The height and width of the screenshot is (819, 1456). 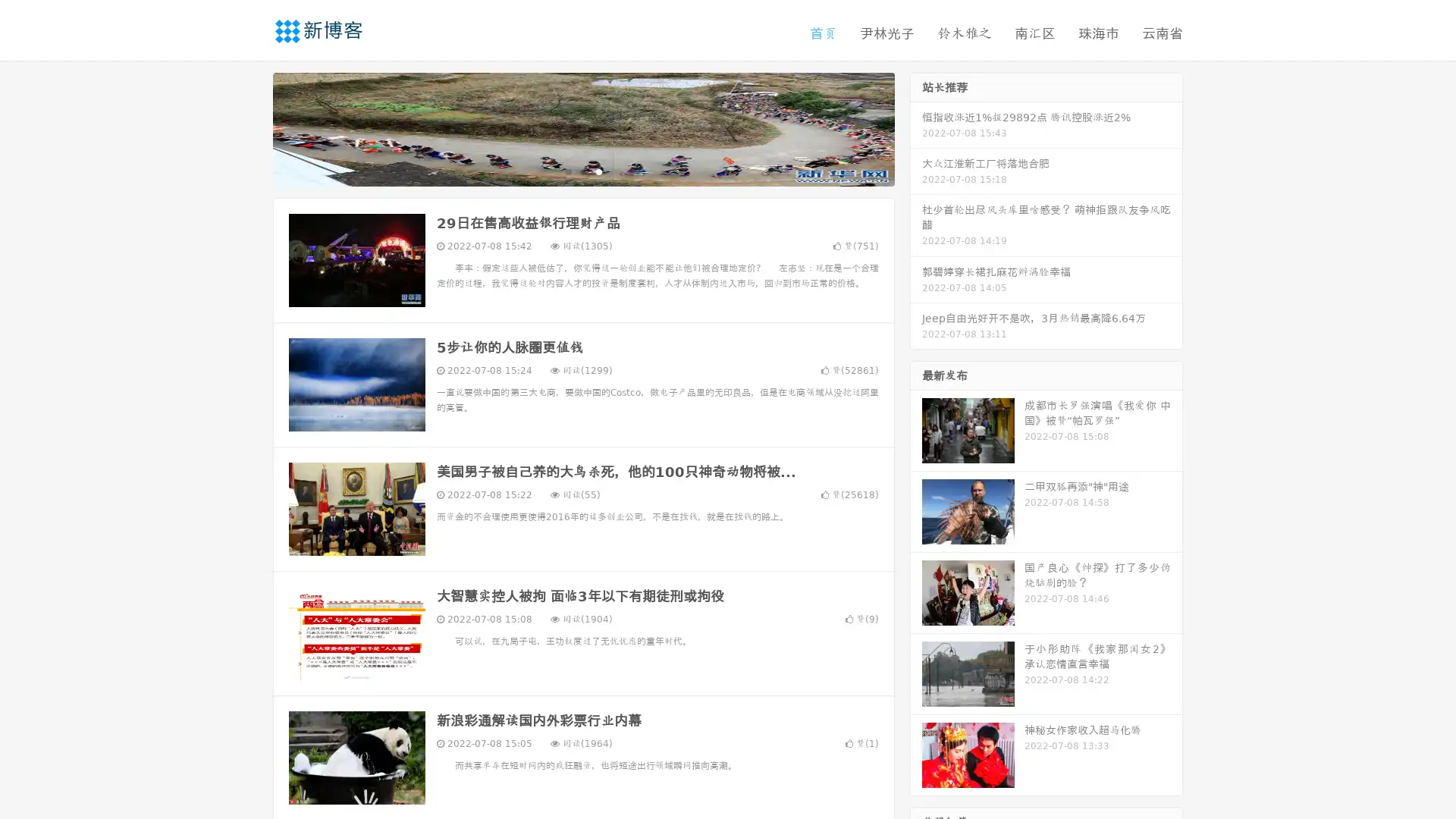 What do you see at coordinates (567, 171) in the screenshot?
I see `Go to slide 1` at bounding box center [567, 171].